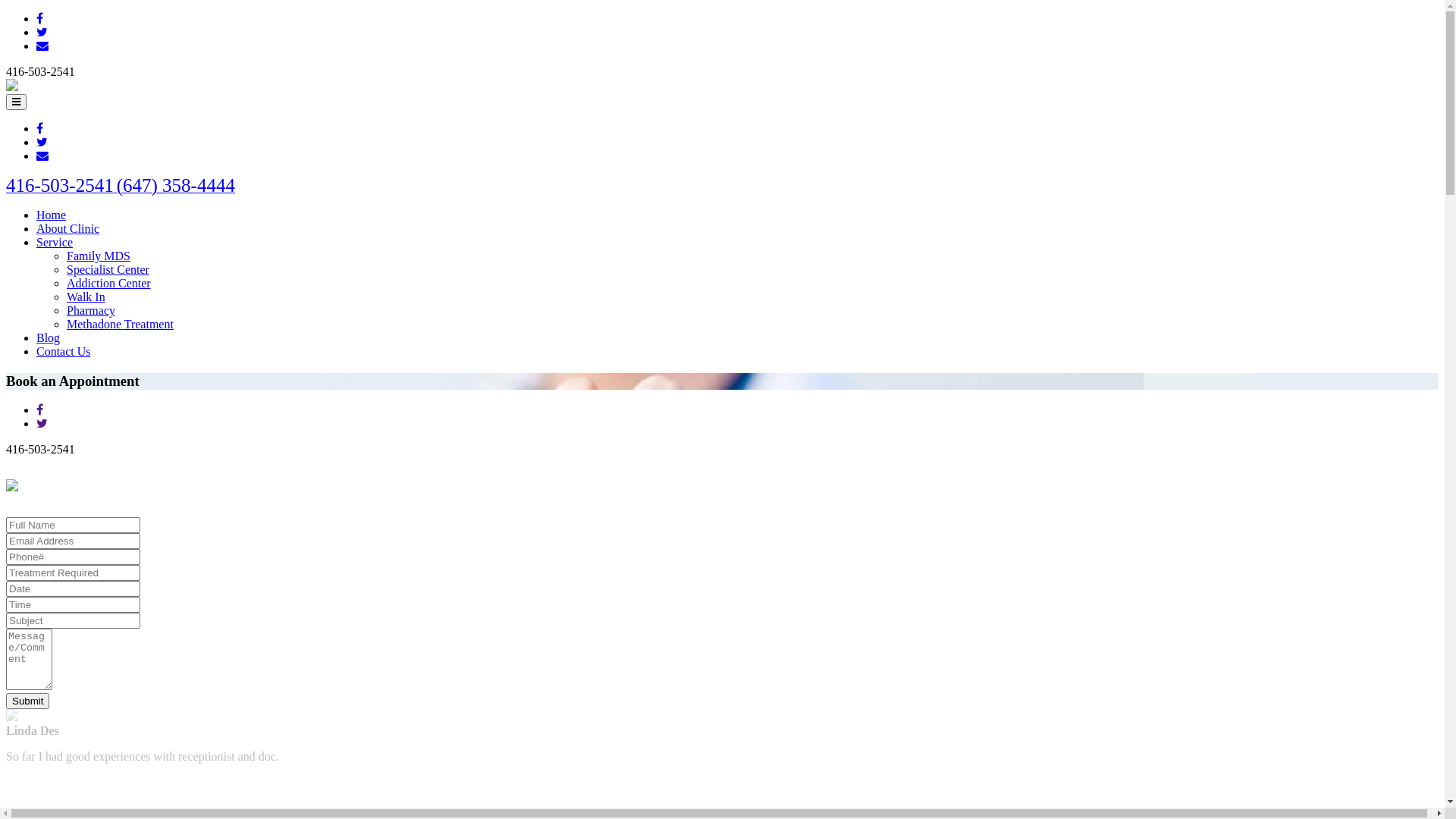 Image resolution: width=1456 pixels, height=819 pixels. What do you see at coordinates (65, 323) in the screenshot?
I see `'Methadone Treatment'` at bounding box center [65, 323].